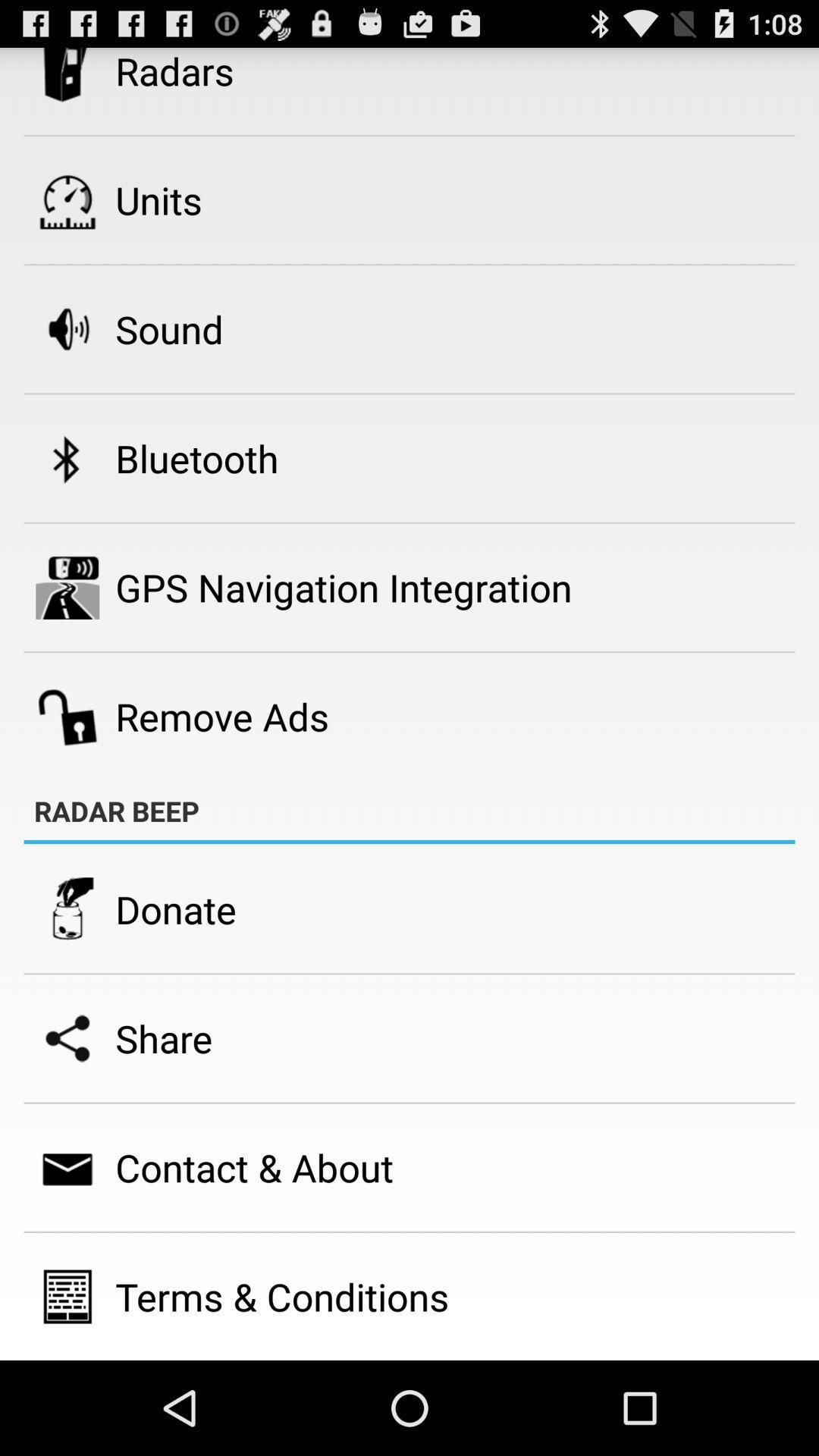 The image size is (819, 1456). Describe the element at coordinates (169, 328) in the screenshot. I see `the icon below the units item` at that location.